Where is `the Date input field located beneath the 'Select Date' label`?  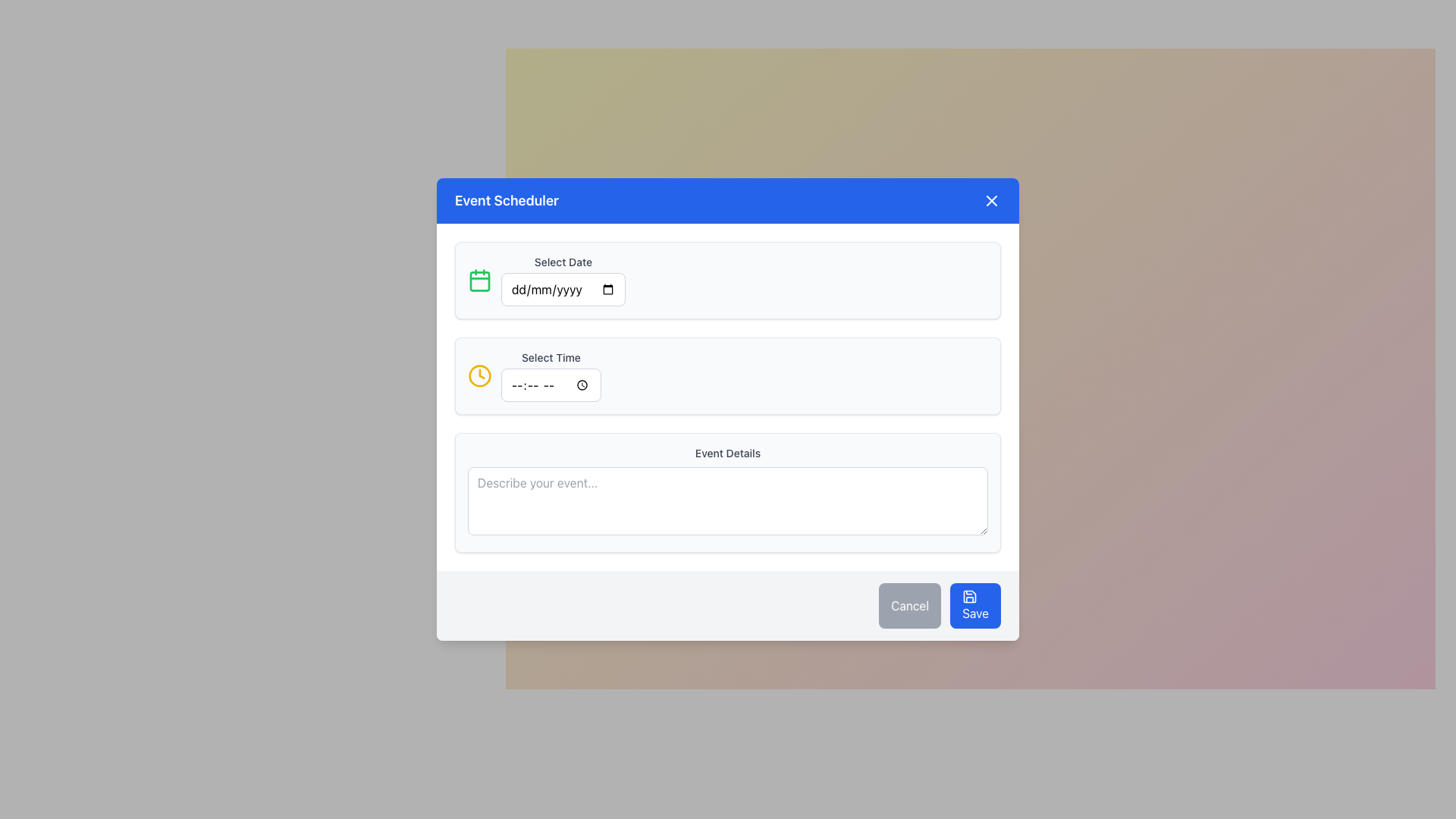
the Date input field located beneath the 'Select Date' label is located at coordinates (563, 289).